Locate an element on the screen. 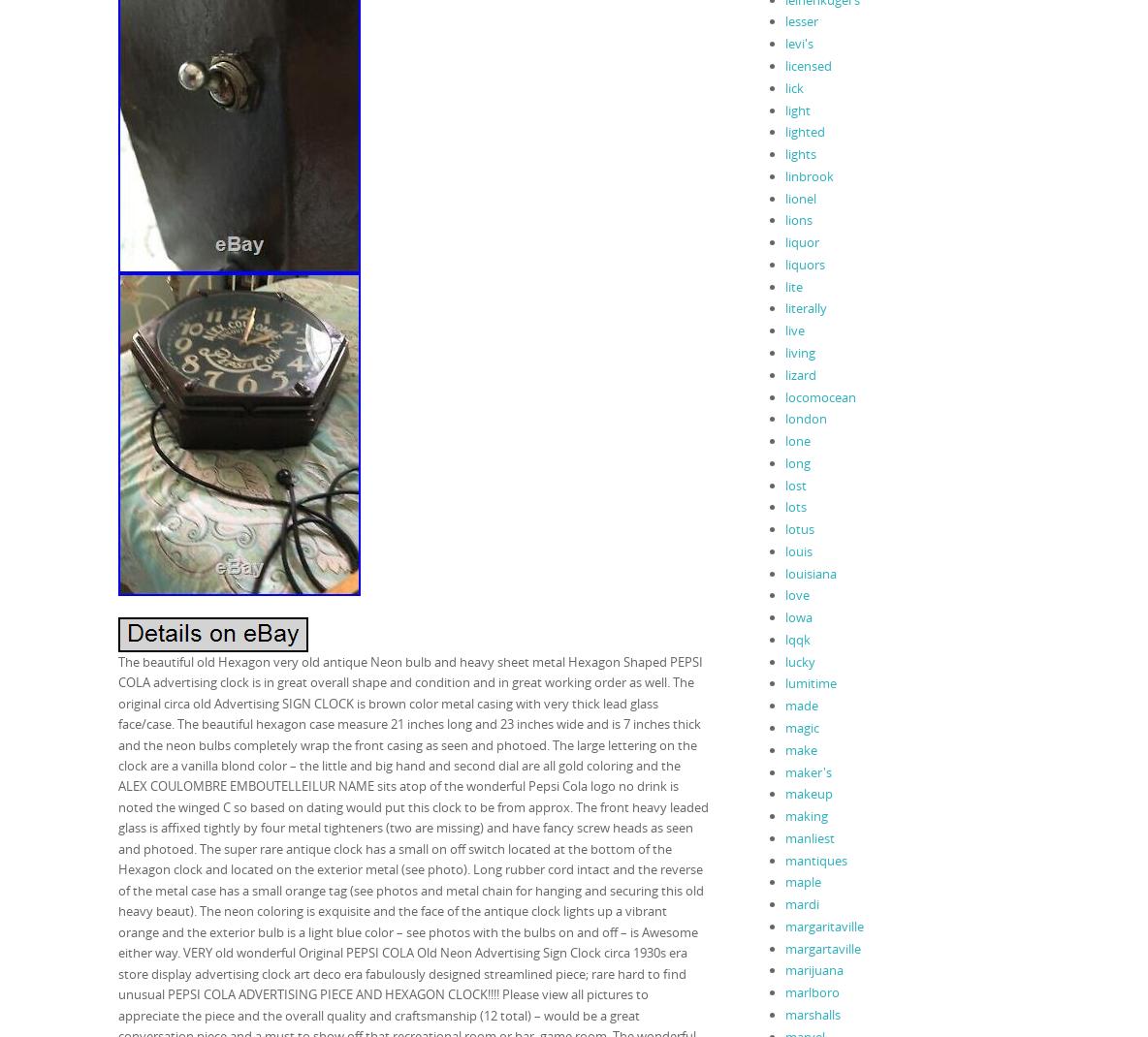 This screenshot has height=1037, width=1148. 'lost' is located at coordinates (783, 485).